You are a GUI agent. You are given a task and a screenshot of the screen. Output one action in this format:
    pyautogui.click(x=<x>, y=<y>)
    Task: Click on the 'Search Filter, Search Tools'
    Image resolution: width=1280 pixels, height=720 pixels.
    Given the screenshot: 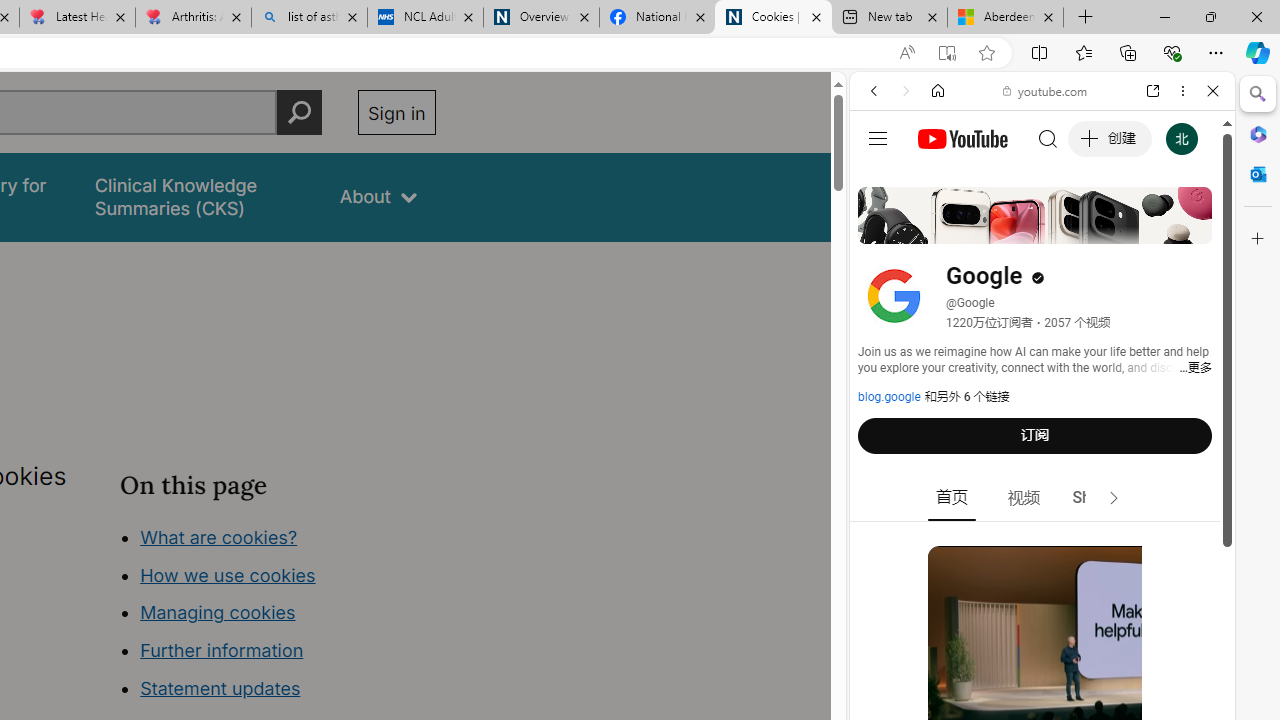 What is the action you would take?
    pyautogui.click(x=1092, y=227)
    